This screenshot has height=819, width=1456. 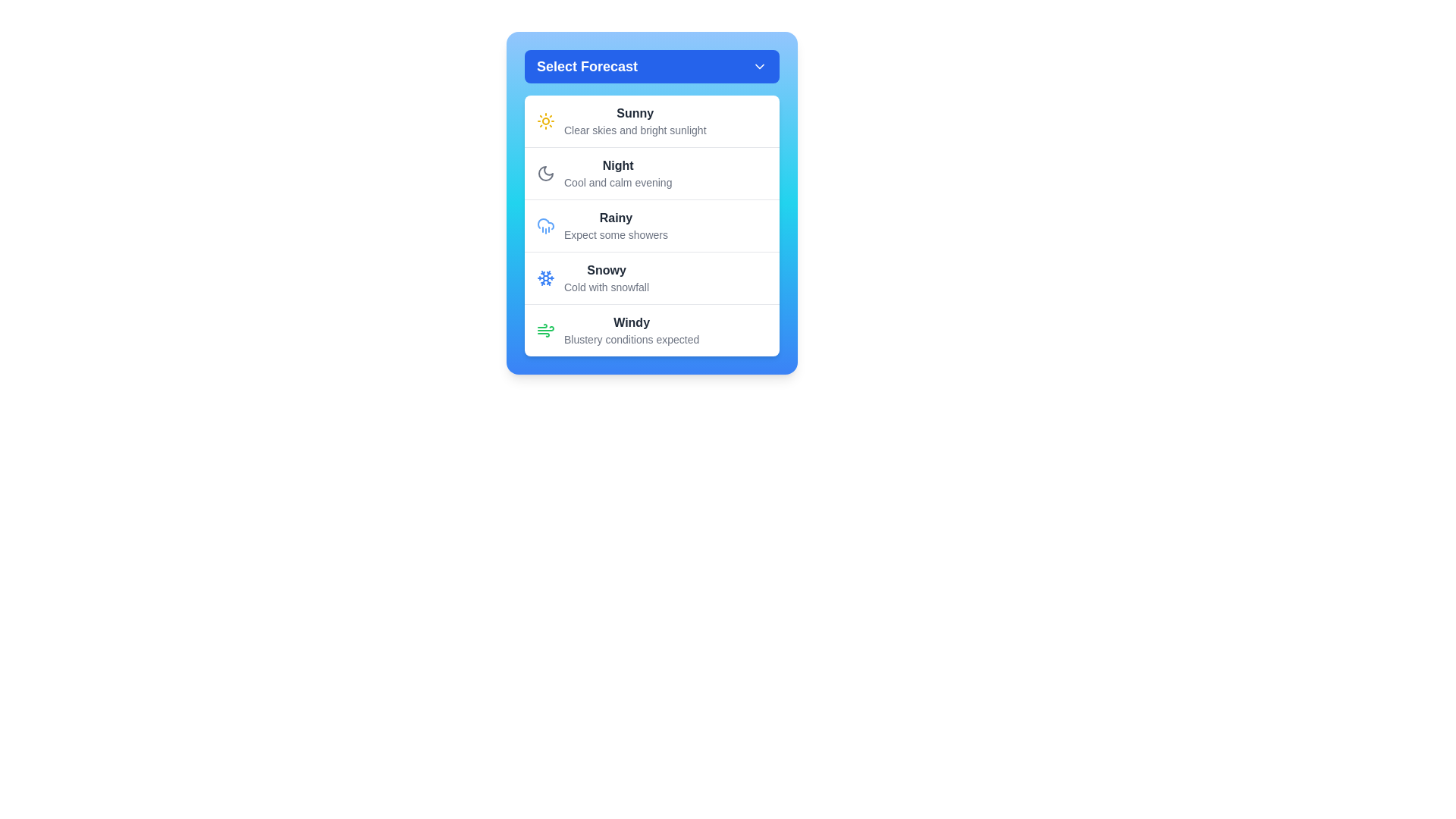 I want to click on the fifth item, so click(x=651, y=329).